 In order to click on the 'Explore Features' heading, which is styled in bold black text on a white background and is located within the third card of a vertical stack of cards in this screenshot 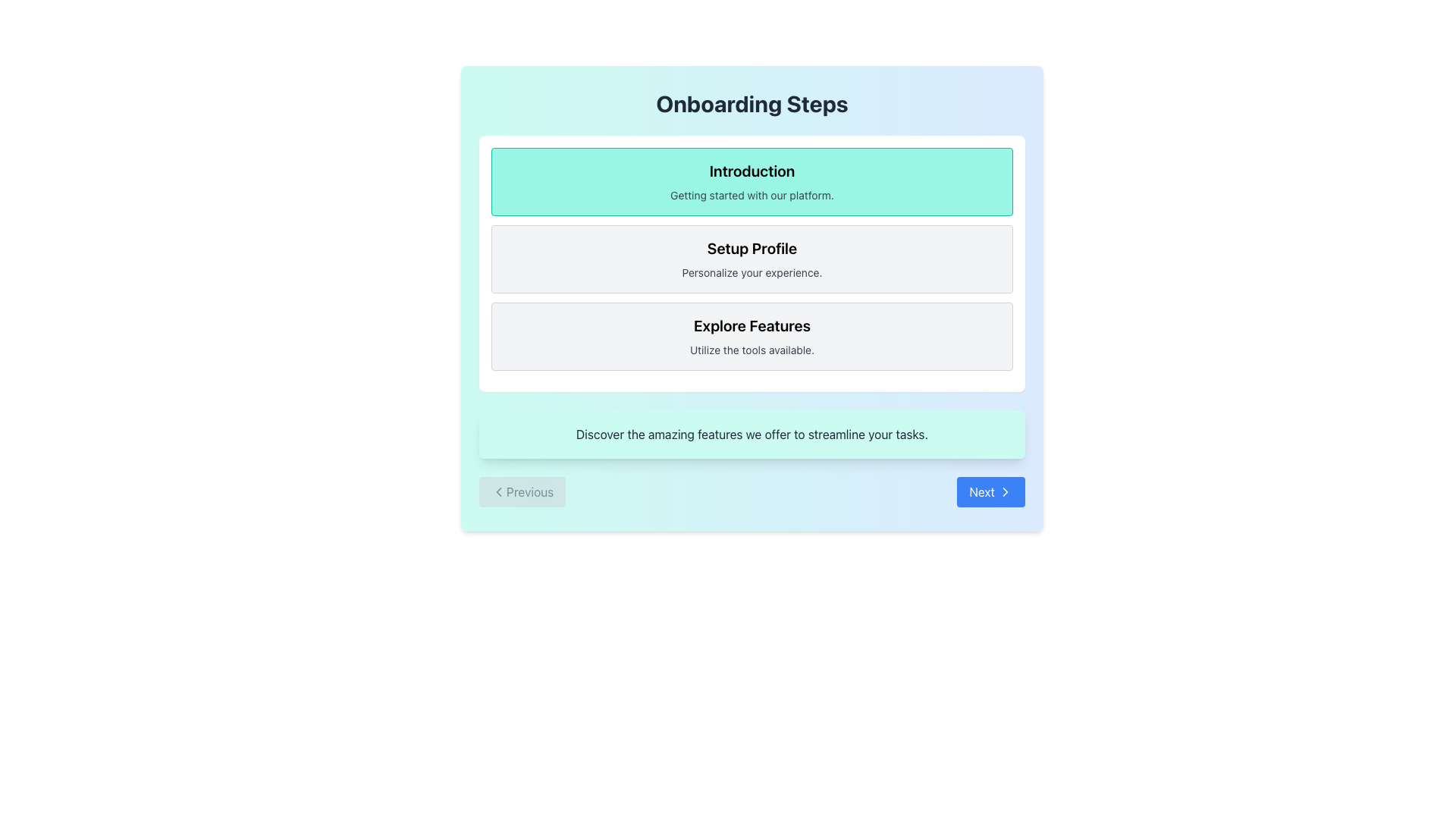, I will do `click(752, 325)`.